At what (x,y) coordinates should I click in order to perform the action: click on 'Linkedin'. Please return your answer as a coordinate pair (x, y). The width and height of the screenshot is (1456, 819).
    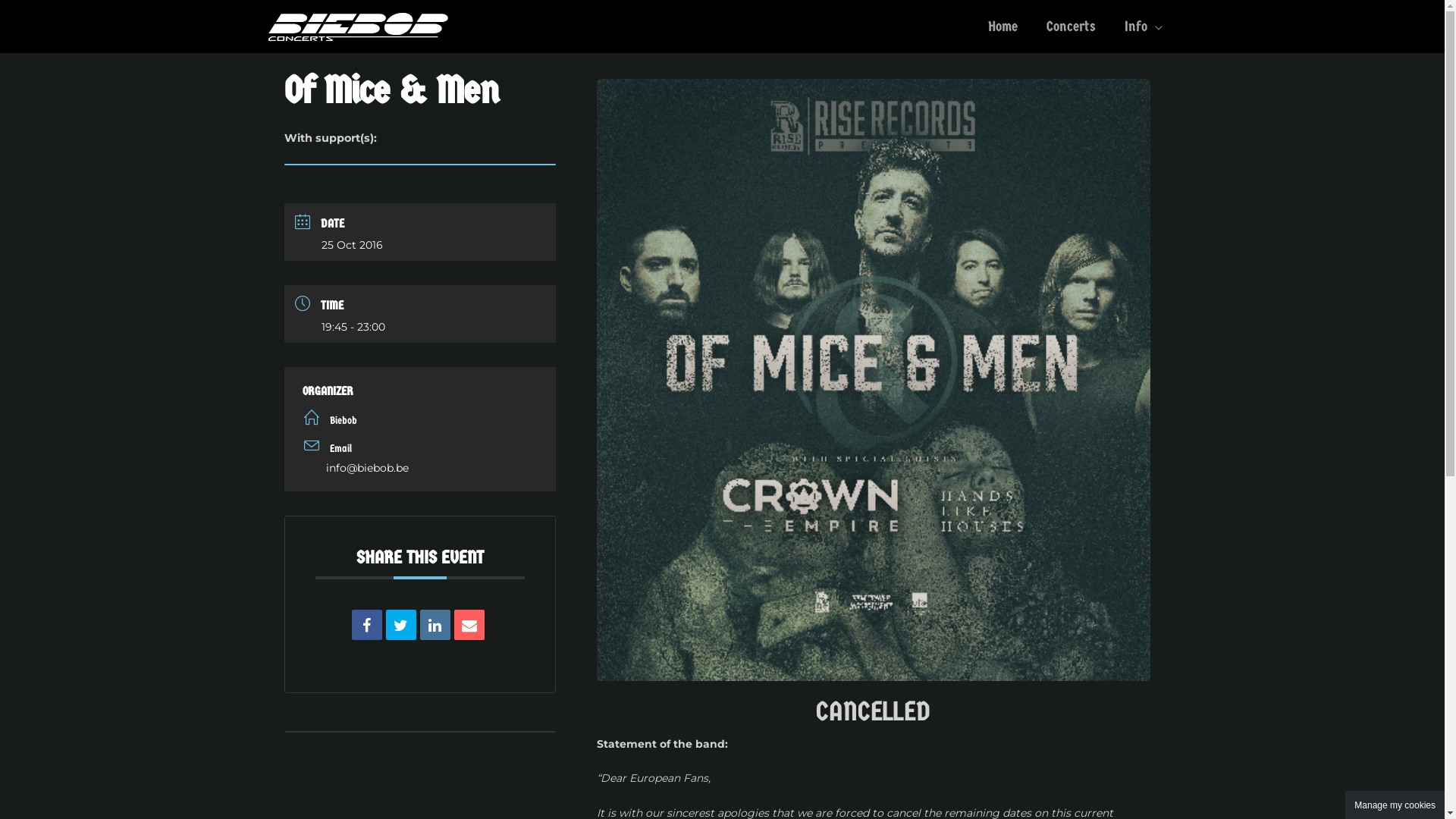
    Looking at the image, I should click on (419, 625).